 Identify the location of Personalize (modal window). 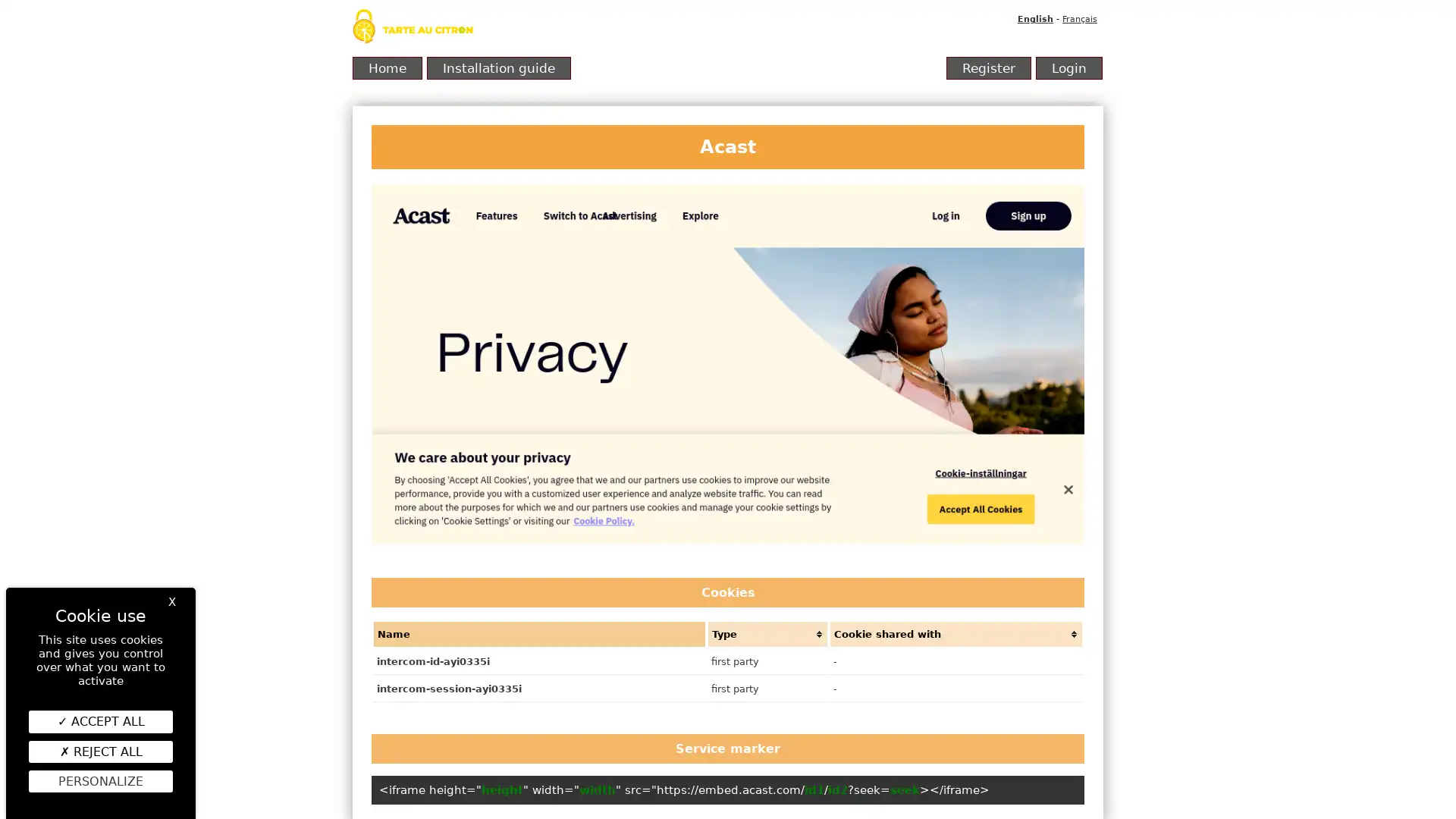
(100, 780).